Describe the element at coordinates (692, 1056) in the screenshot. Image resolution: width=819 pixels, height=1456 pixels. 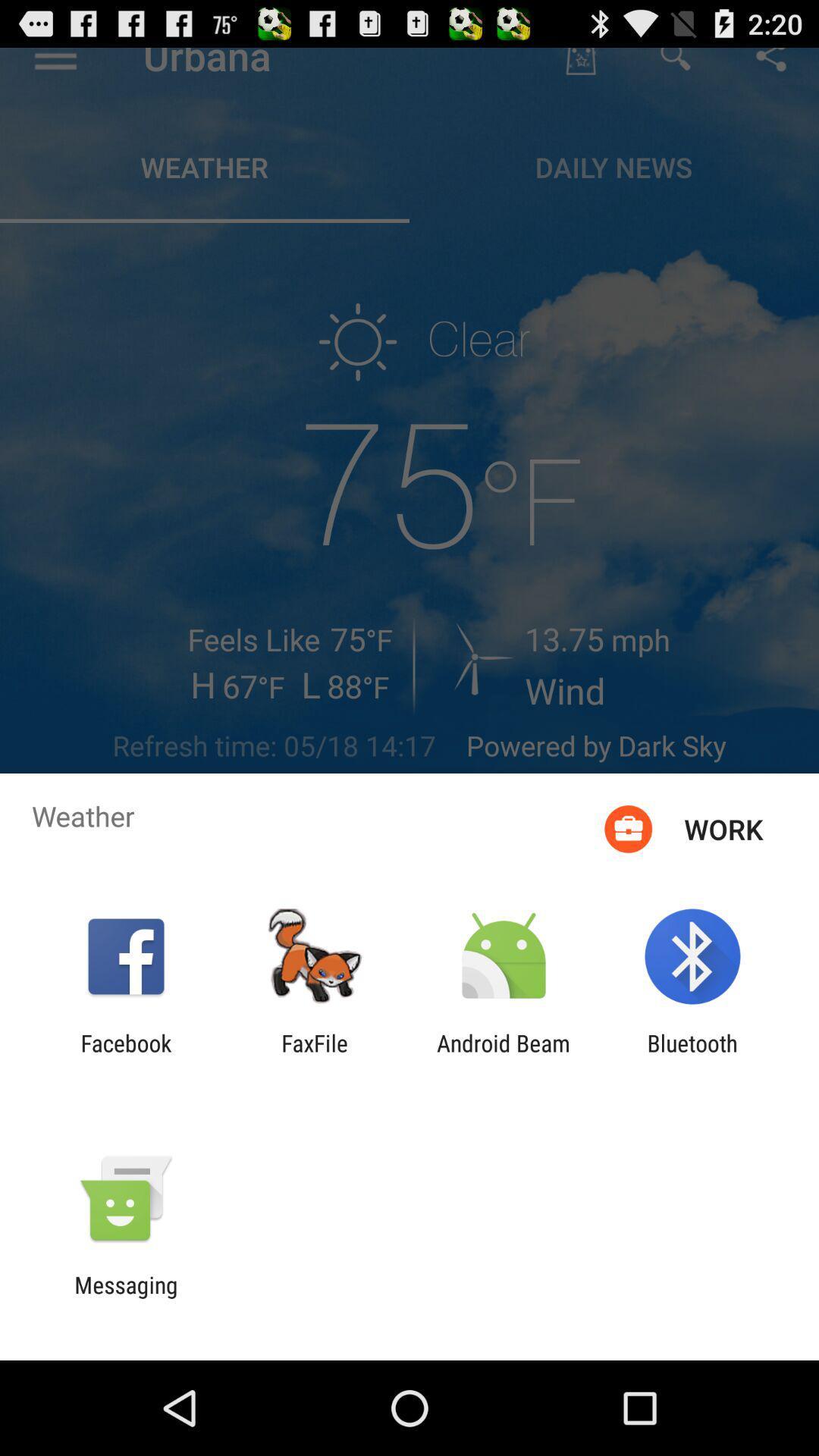
I see `app to the right of the android beam app` at that location.